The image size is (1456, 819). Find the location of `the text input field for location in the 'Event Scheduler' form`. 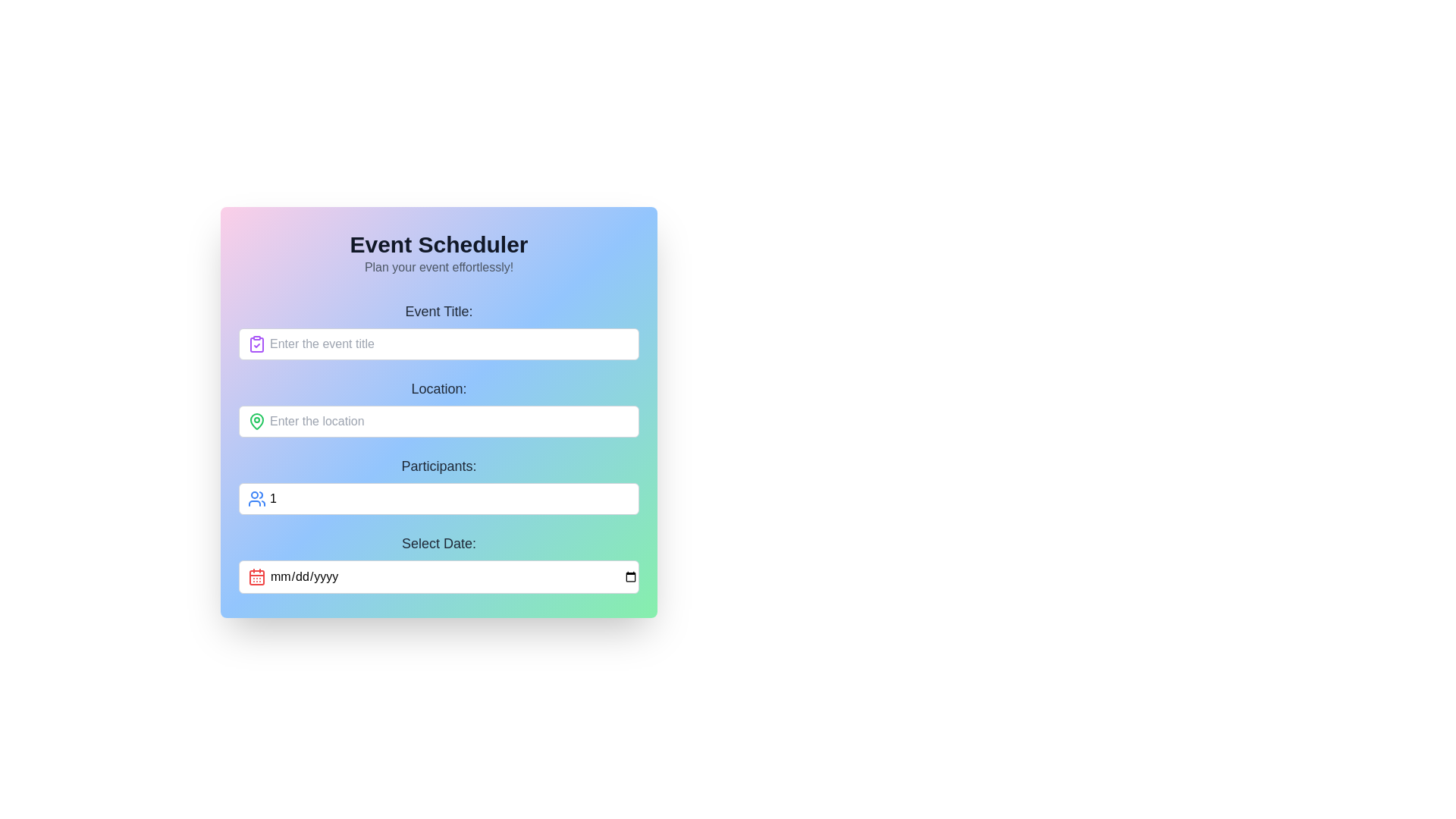

the text input field for location in the 'Event Scheduler' form is located at coordinates (438, 406).